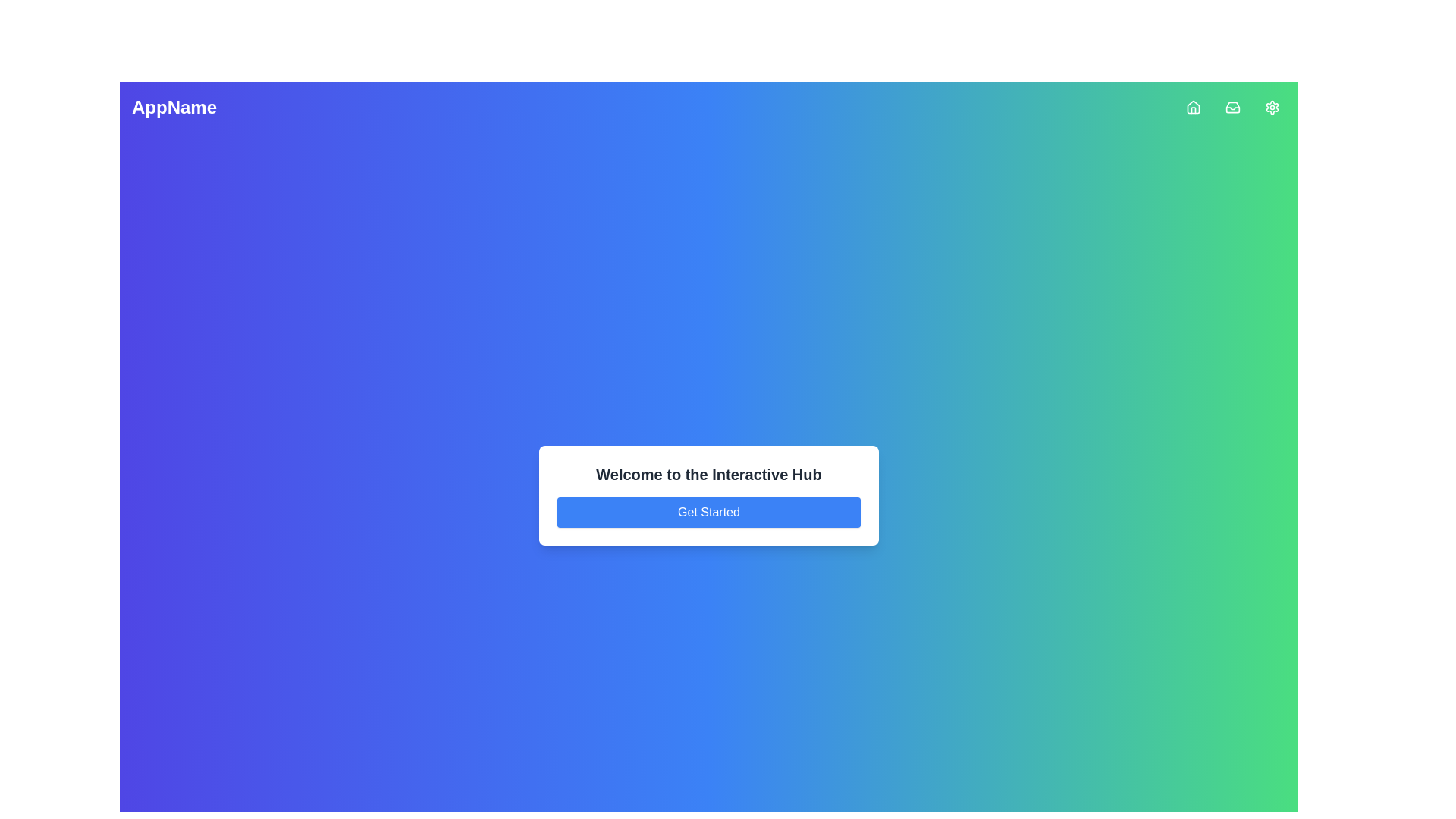 The height and width of the screenshot is (819, 1456). Describe the element at coordinates (708, 512) in the screenshot. I see `the 'Get Started' button` at that location.